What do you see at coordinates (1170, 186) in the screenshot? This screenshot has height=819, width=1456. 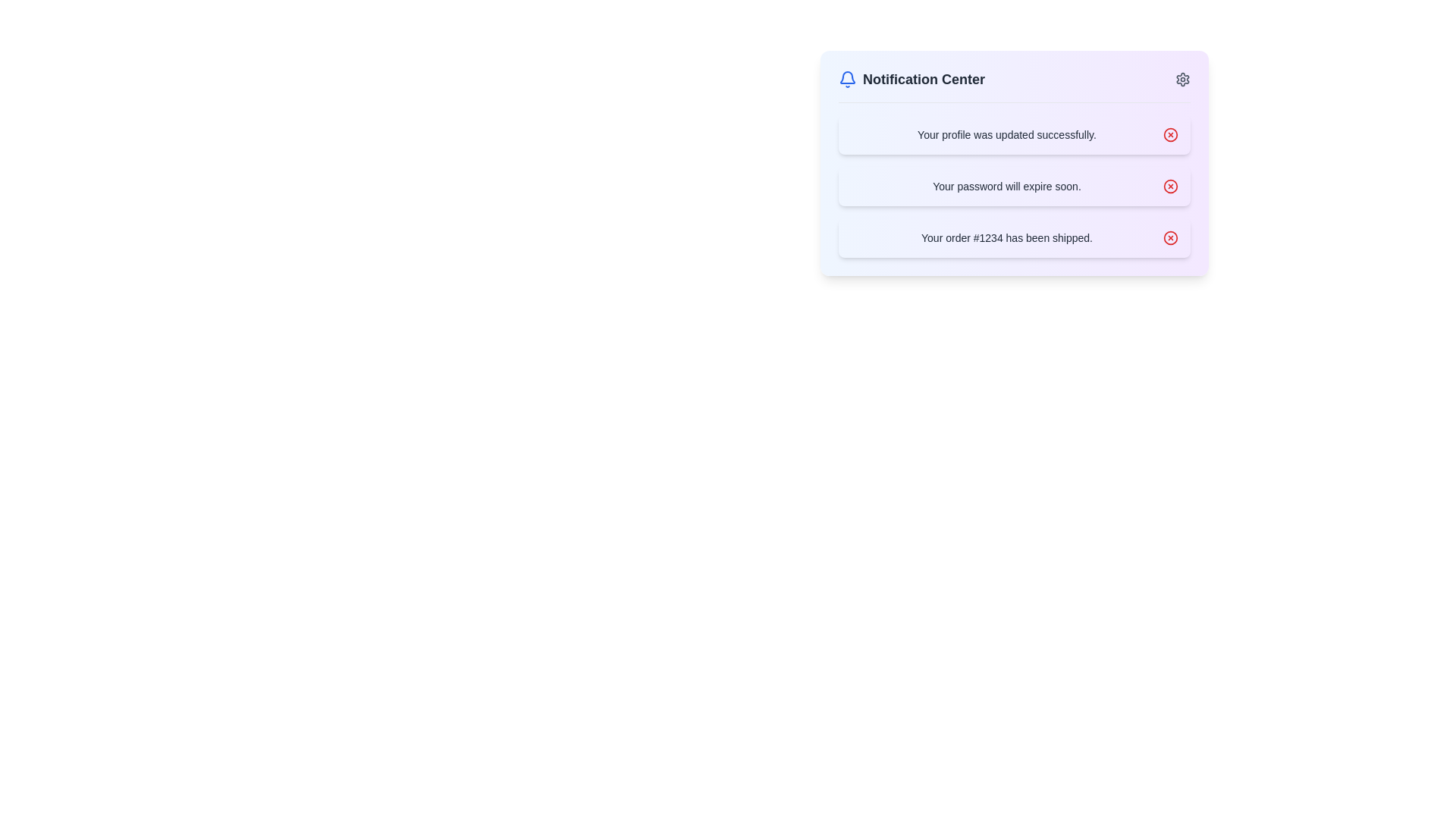 I see `the dismiss button (circular 'X' icon) for the notification message 'Your password will expire soon.'` at bounding box center [1170, 186].